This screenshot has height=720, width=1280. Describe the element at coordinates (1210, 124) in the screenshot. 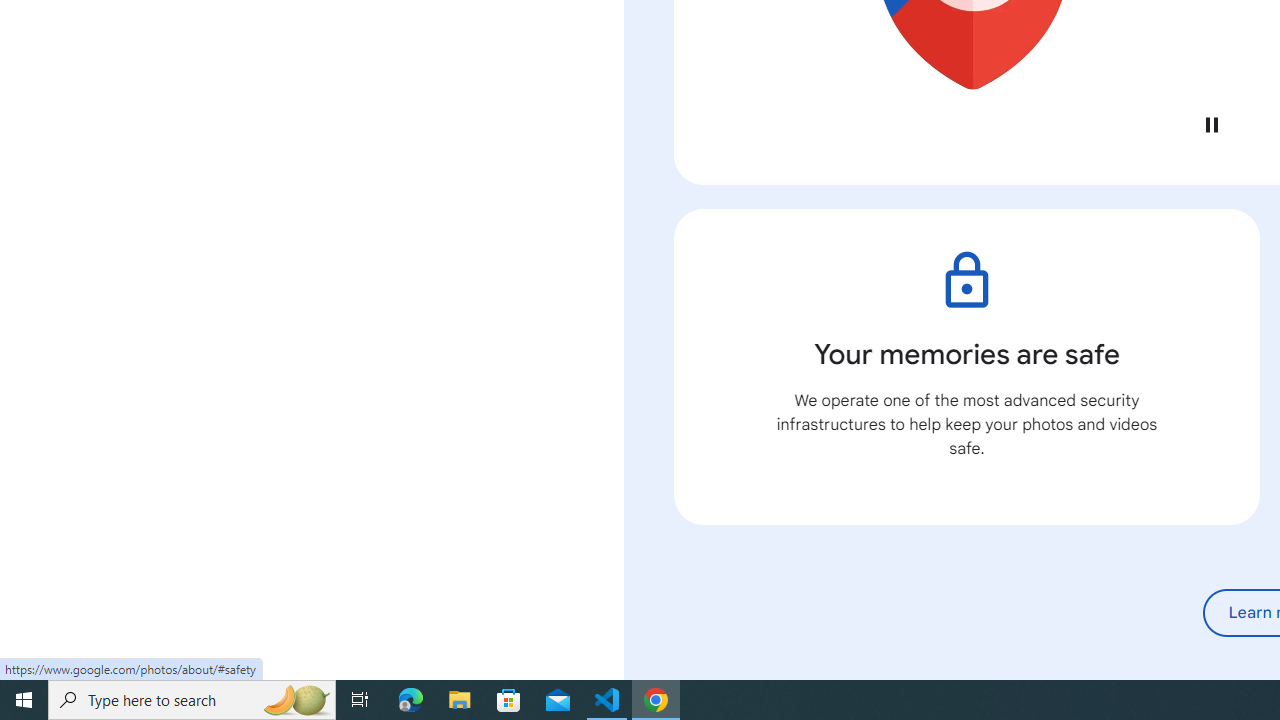

I see `'Play video'` at that location.